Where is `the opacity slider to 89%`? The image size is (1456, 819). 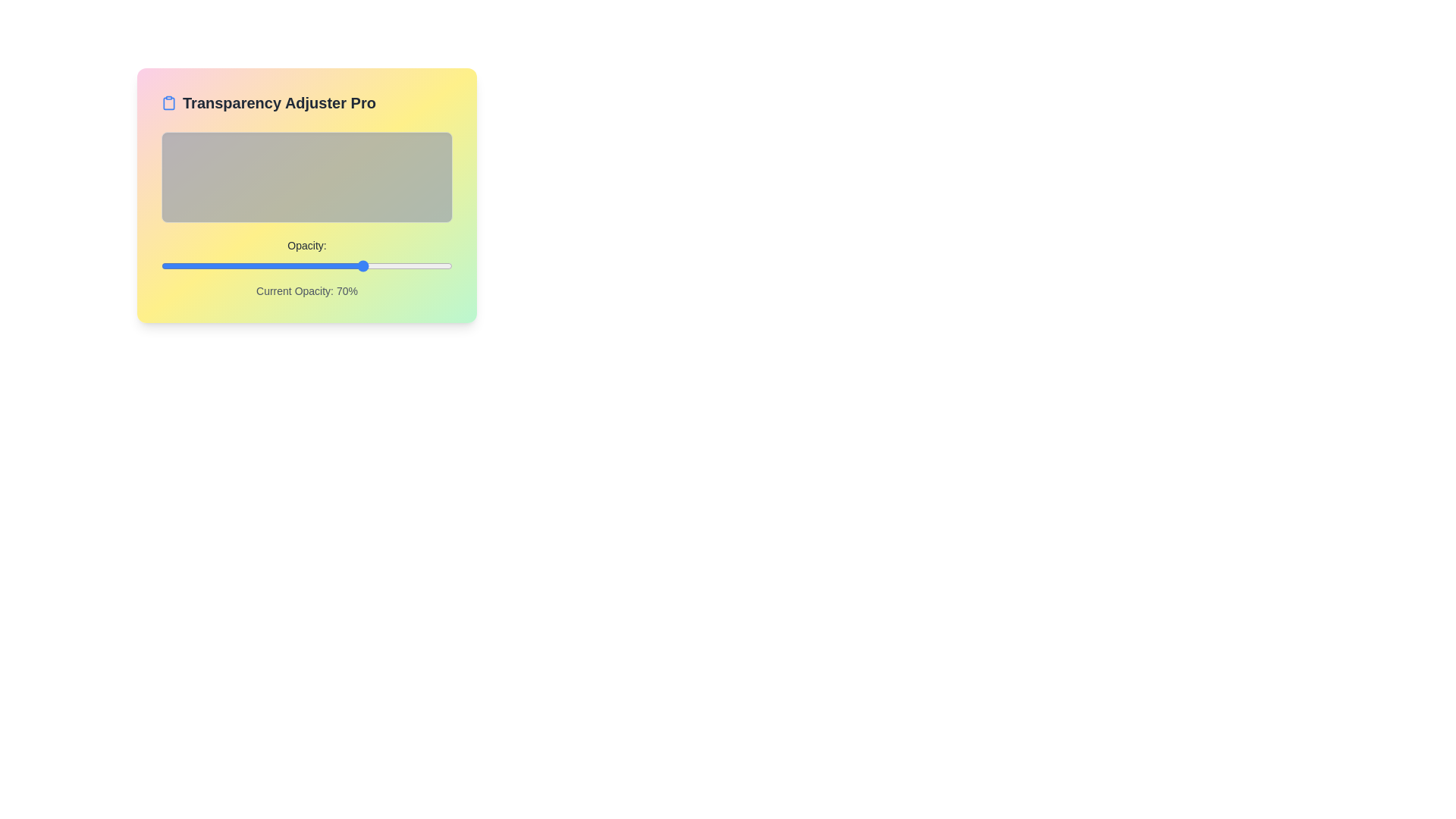
the opacity slider to 89% is located at coordinates (420, 265).